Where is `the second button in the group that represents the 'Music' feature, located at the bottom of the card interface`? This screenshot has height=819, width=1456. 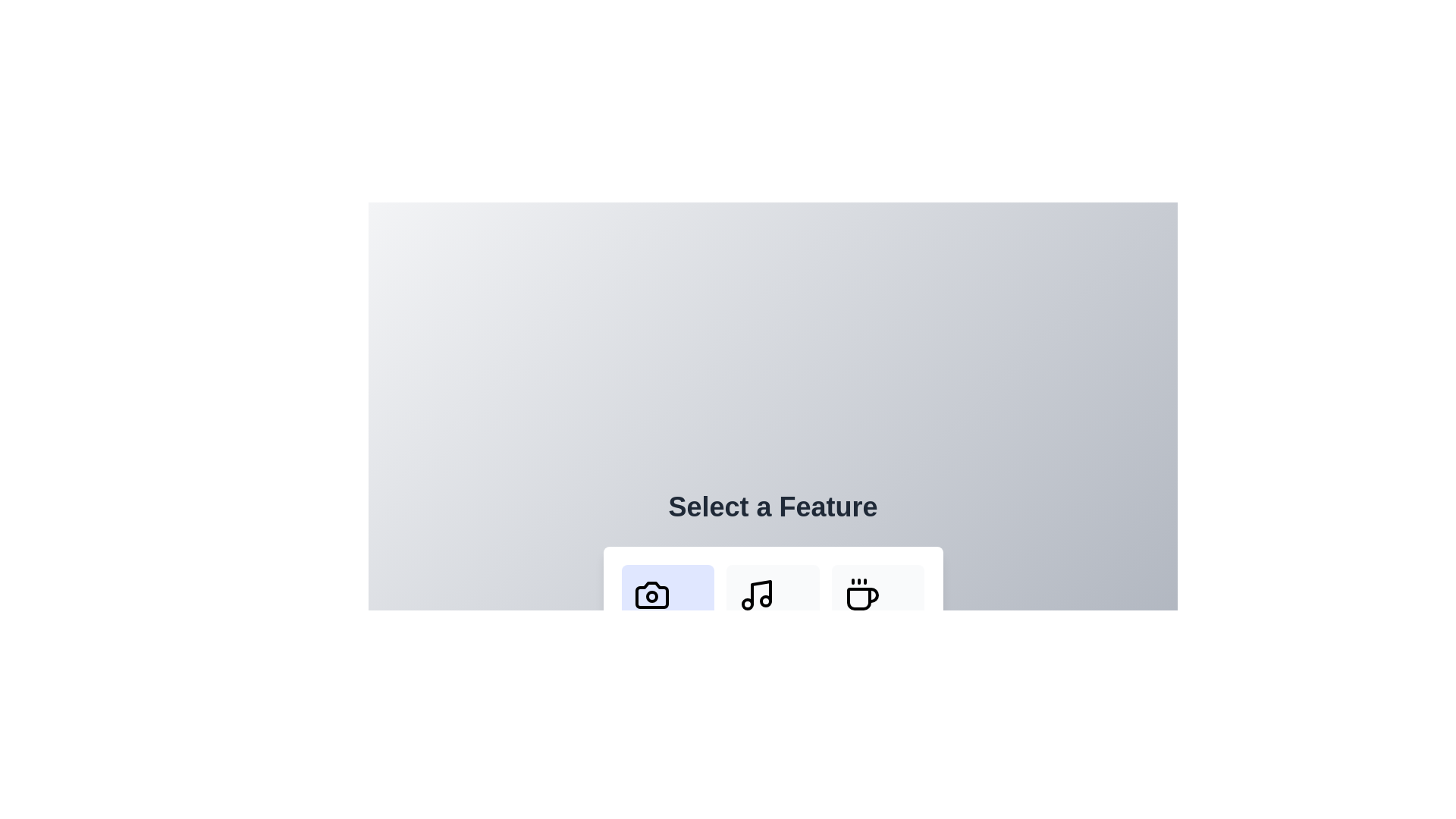
the second button in the group that represents the 'Music' feature, located at the bottom of the card interface is located at coordinates (773, 607).